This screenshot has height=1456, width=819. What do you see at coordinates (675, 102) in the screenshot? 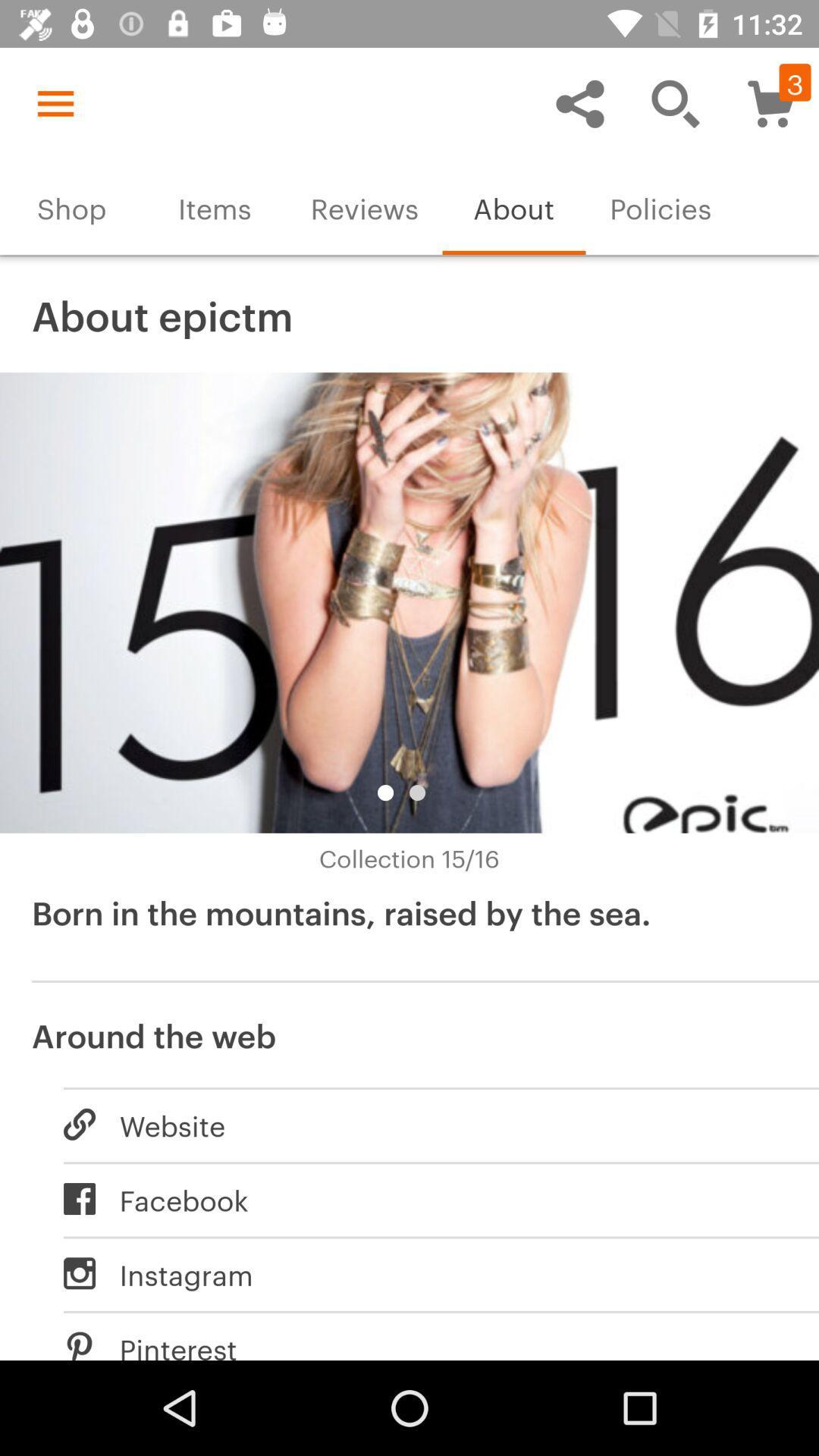
I see `icon above policies` at bounding box center [675, 102].